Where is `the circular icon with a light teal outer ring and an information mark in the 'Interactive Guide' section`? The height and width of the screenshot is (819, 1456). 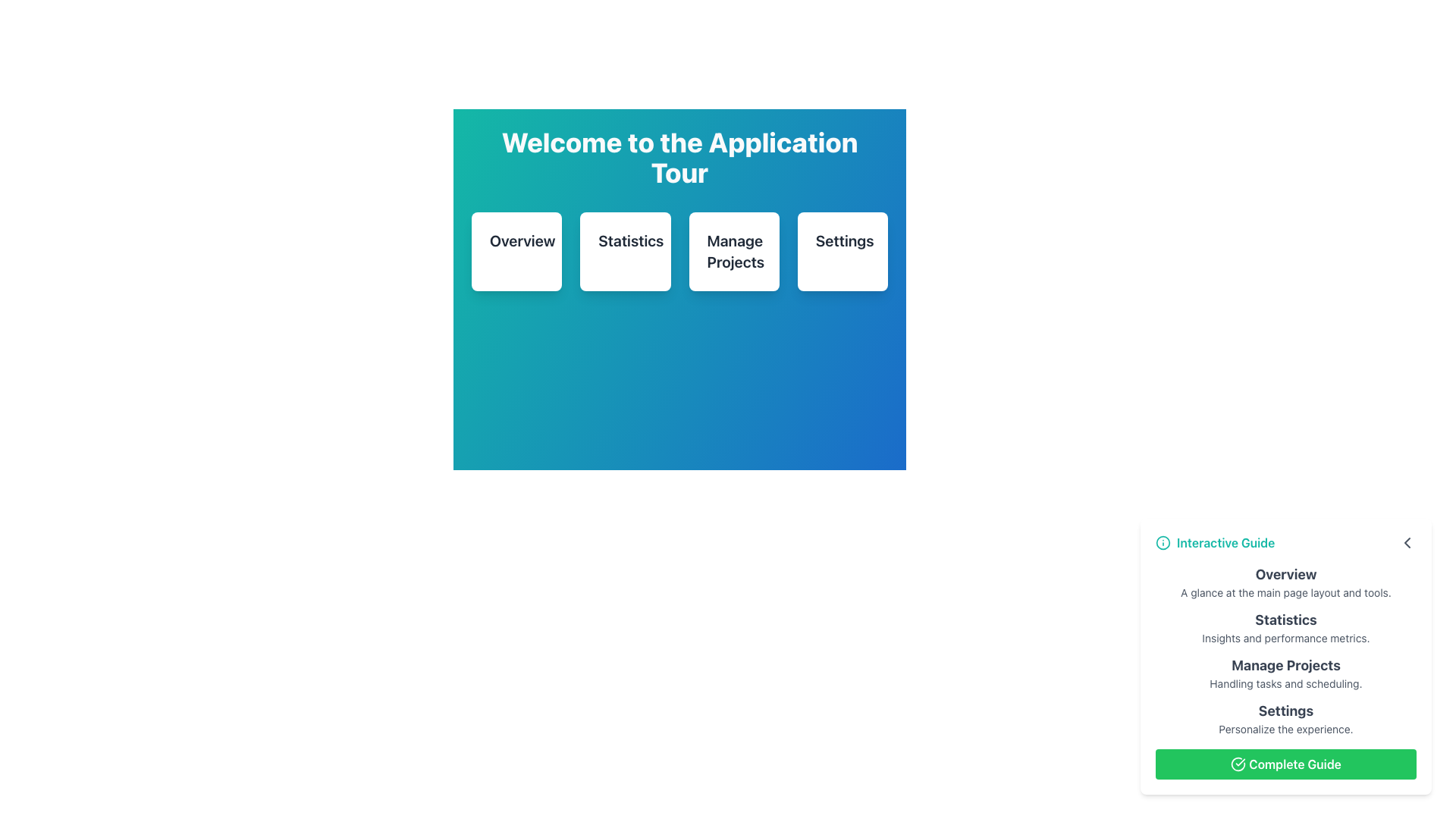 the circular icon with a light teal outer ring and an information mark in the 'Interactive Guide' section is located at coordinates (1163, 542).